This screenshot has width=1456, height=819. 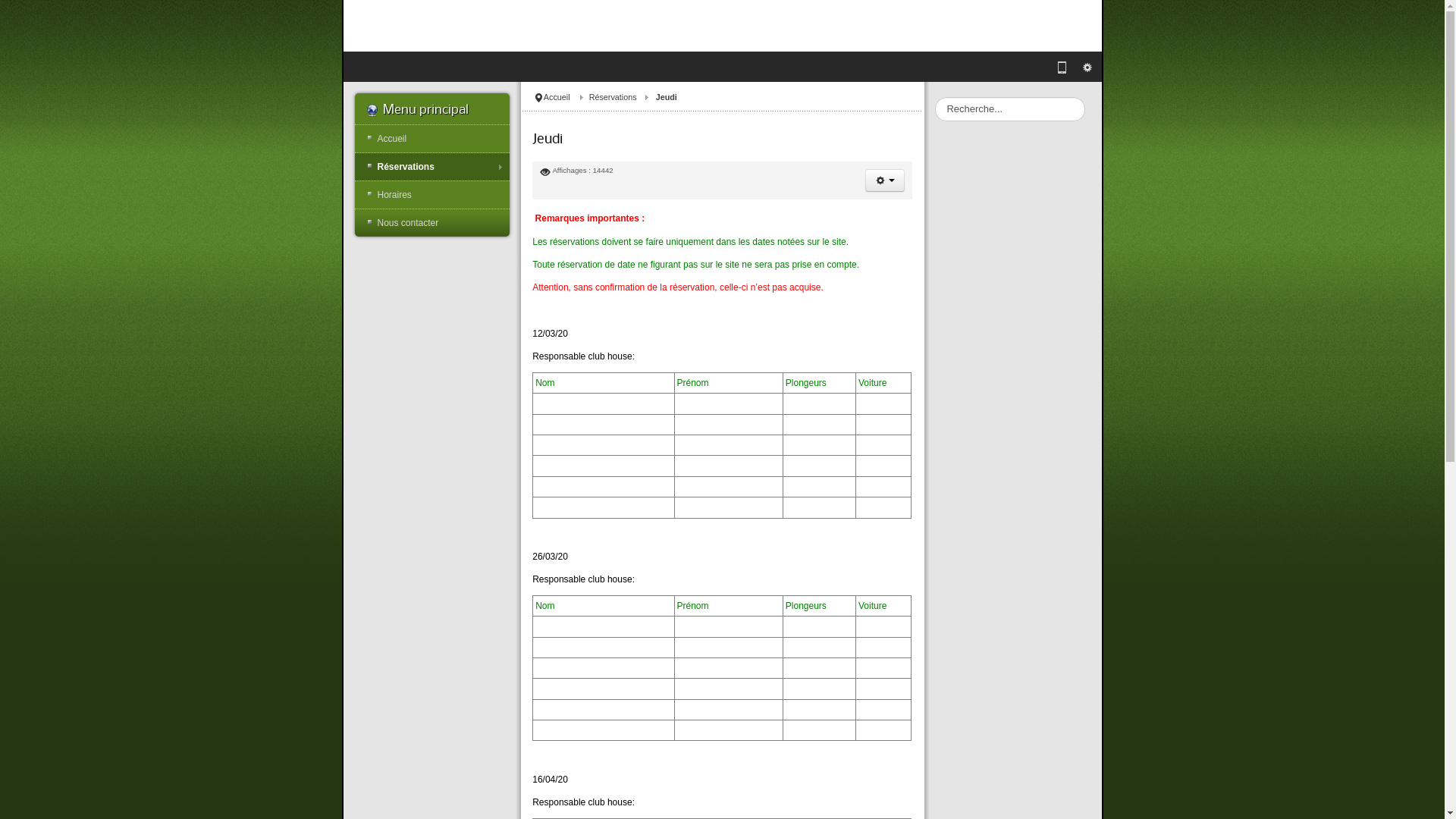 What do you see at coordinates (431, 194) in the screenshot?
I see `'Horaires'` at bounding box center [431, 194].